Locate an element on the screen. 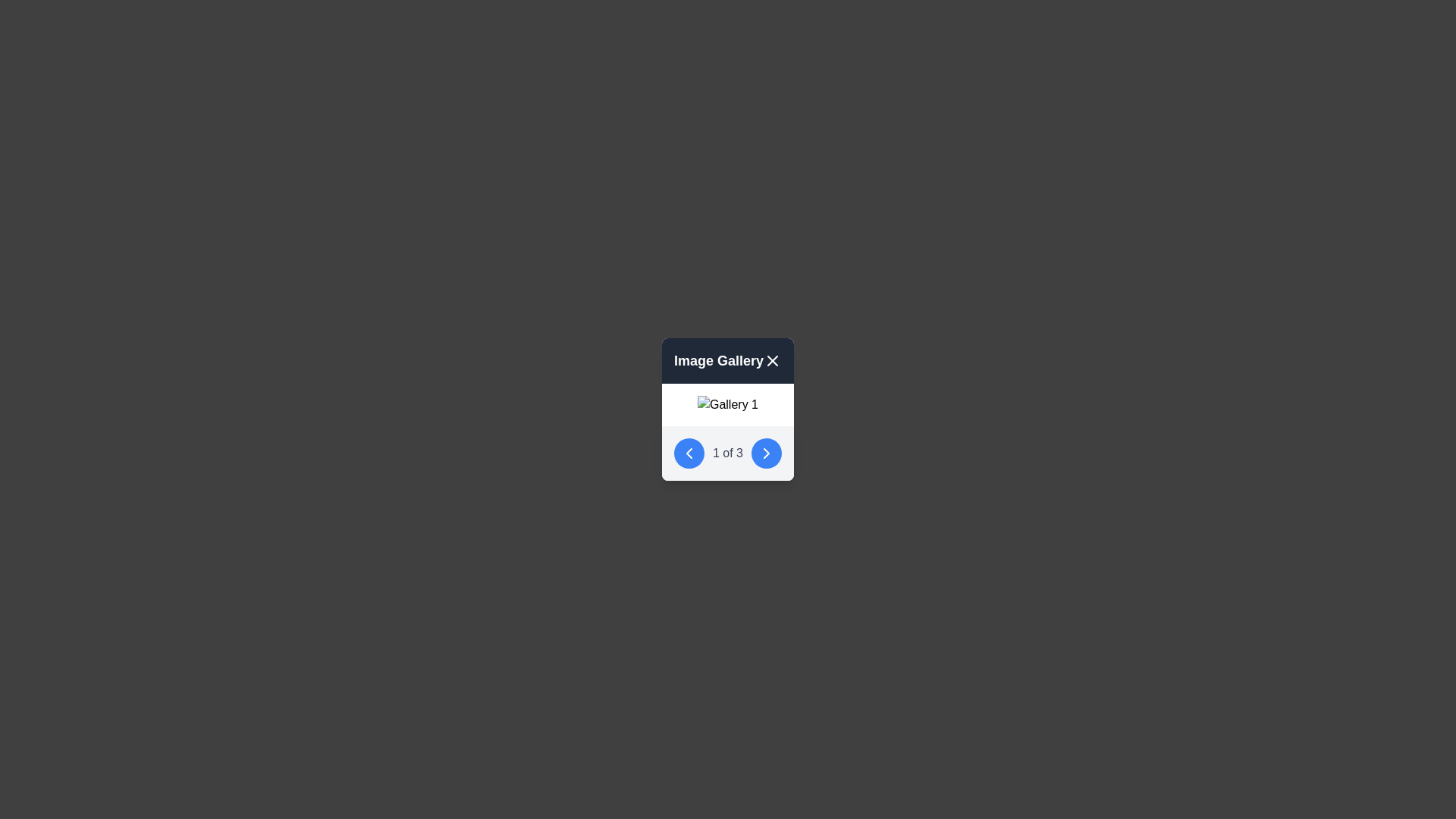  the blue circular button with a white chevron icon pointing to the left, located on the left side of the navigation section is located at coordinates (688, 452).